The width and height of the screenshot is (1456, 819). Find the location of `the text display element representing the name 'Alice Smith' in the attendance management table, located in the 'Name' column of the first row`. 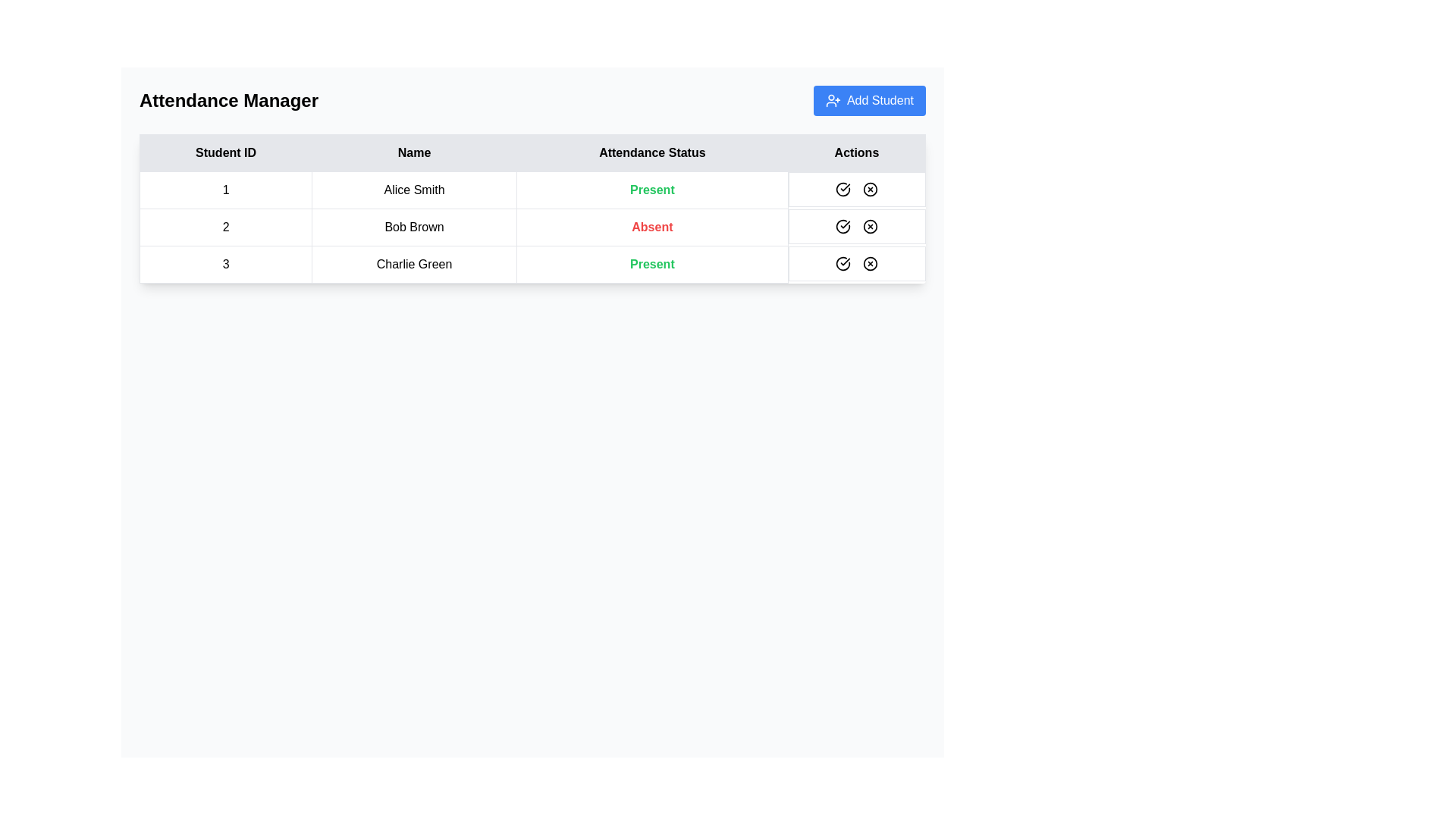

the text display element representing the name 'Alice Smith' in the attendance management table, located in the 'Name' column of the first row is located at coordinates (414, 189).